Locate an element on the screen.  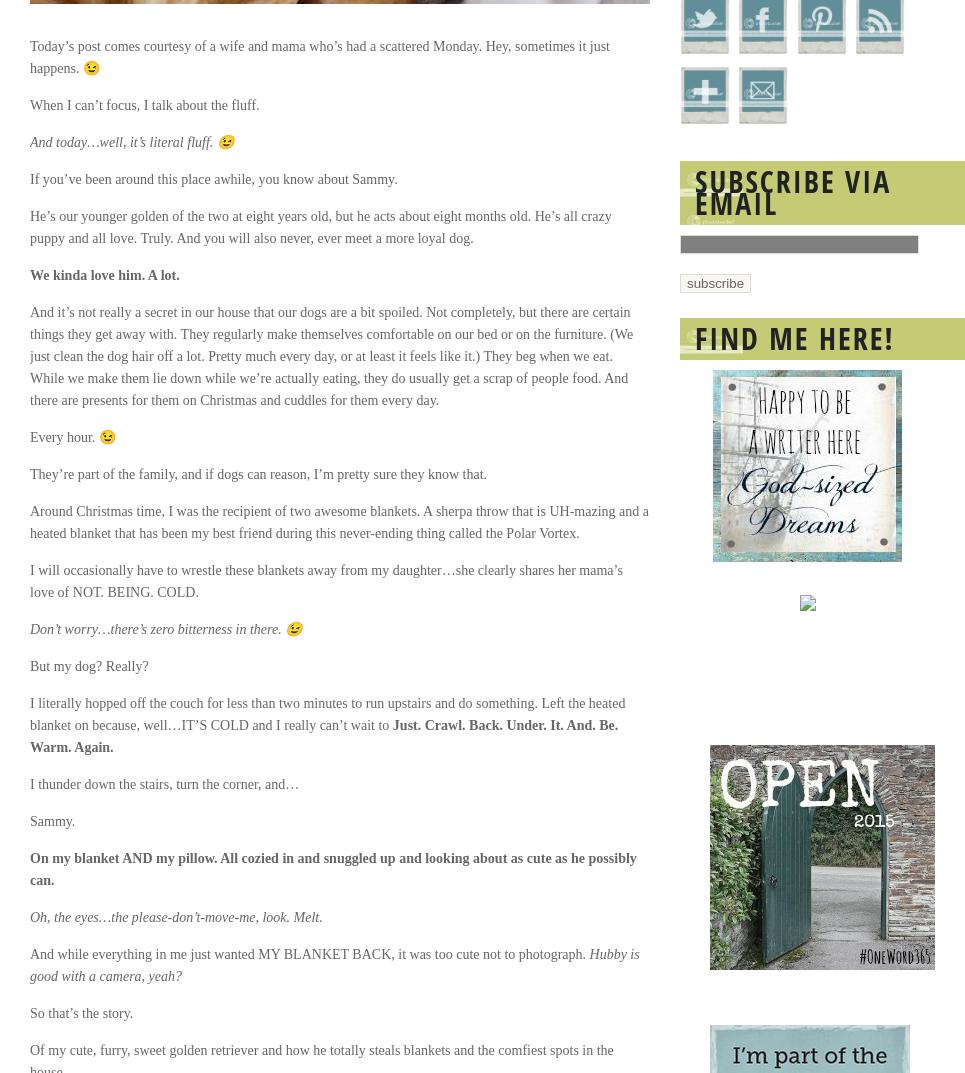
'Today’s post comes courtesy of a wife and mama who’s had a scattered Monday. Hey, sometimes it just happens. 😉' is located at coordinates (318, 56).